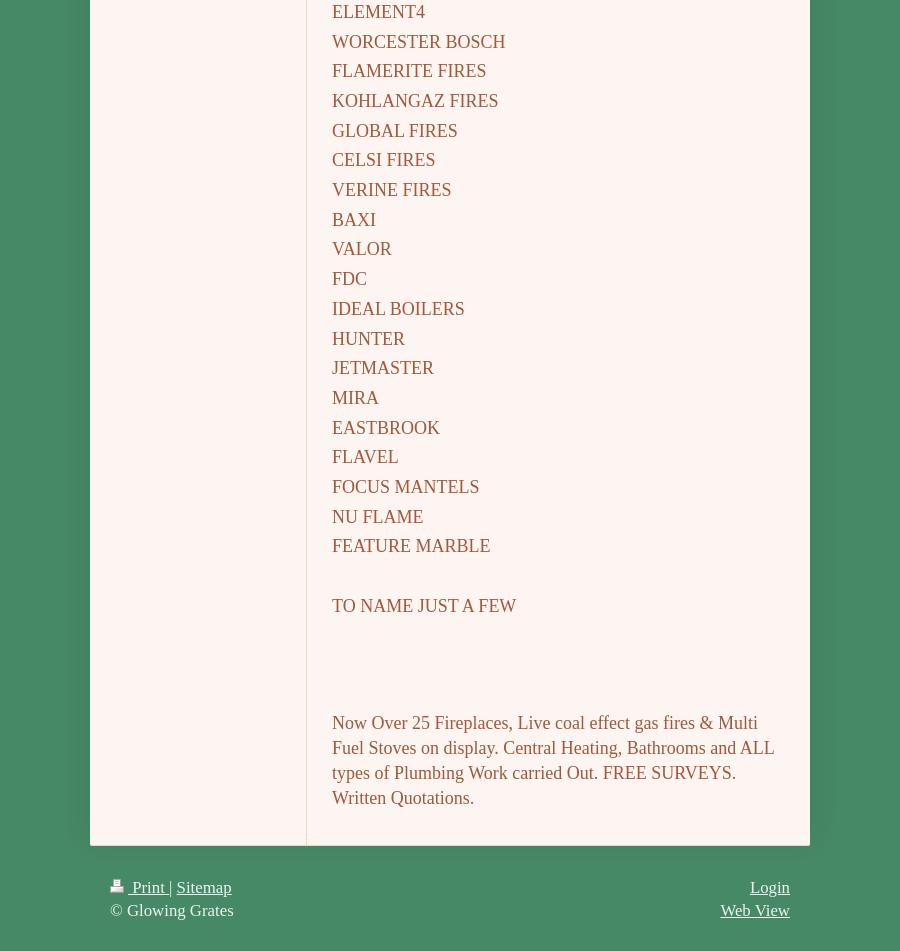  Describe the element at coordinates (331, 130) in the screenshot. I see `'GLOBAL FIRES'` at that location.